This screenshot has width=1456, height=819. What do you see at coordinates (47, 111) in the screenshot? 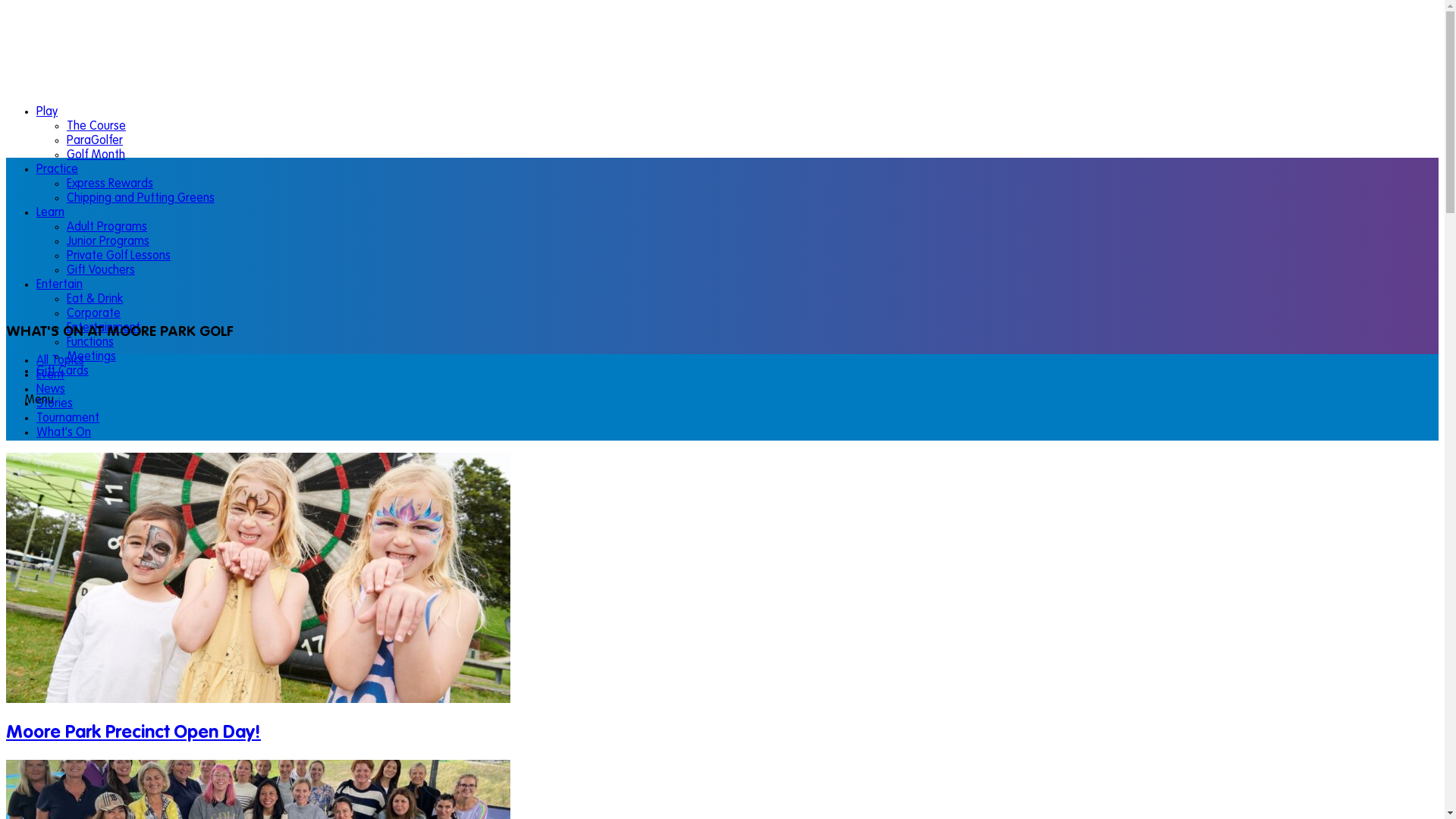
I see `'Play'` at bounding box center [47, 111].